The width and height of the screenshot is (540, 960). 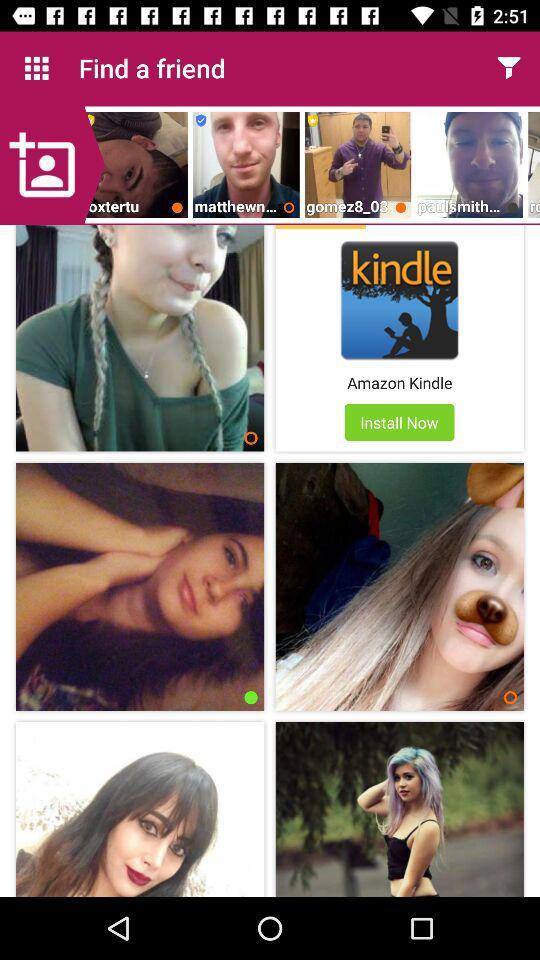 I want to click on sponsored app, so click(x=320, y=227).